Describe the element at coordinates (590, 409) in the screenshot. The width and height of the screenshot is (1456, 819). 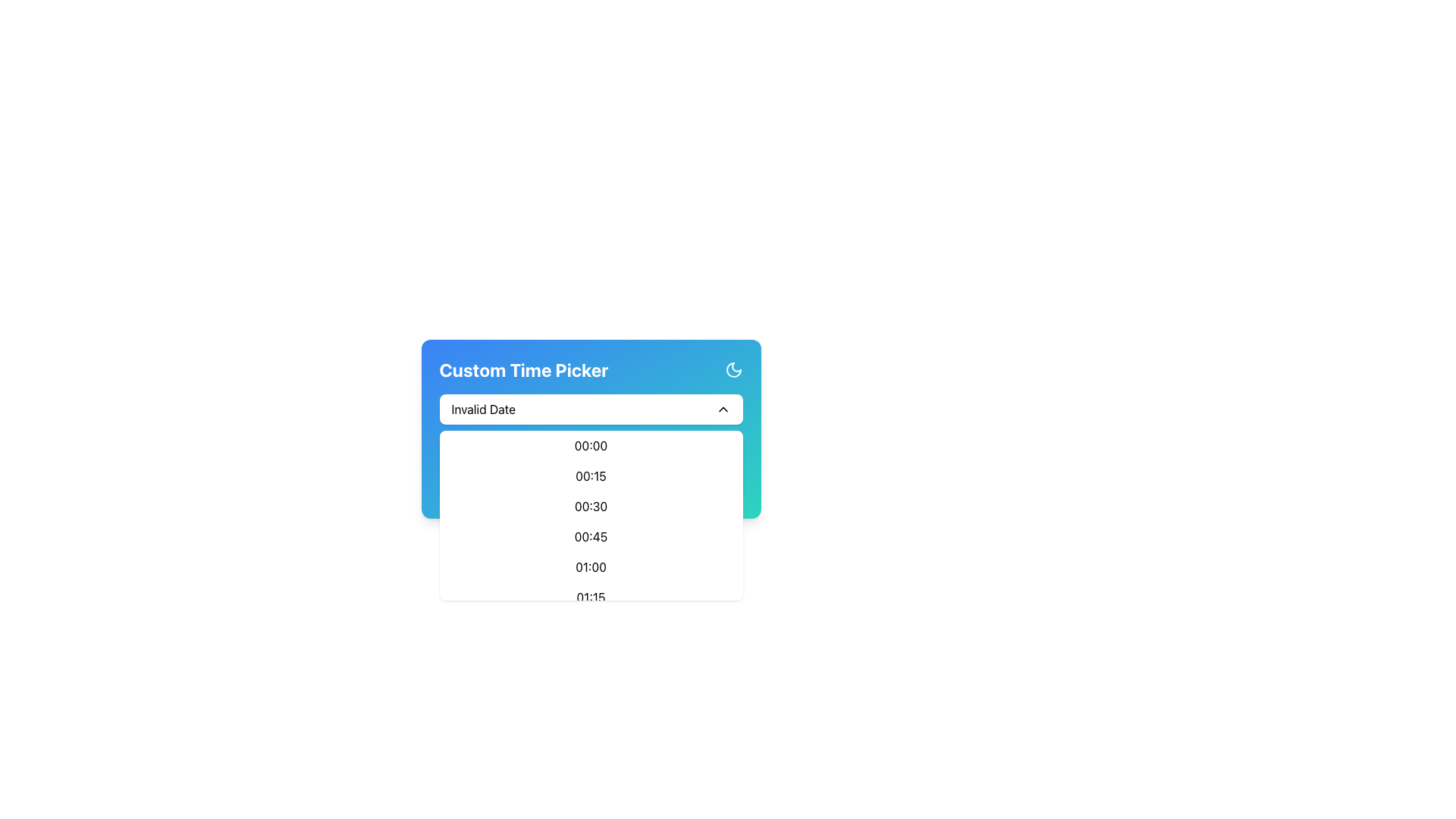
I see `the dropdown menu located below the 'Custom Time Picker' title` at that location.